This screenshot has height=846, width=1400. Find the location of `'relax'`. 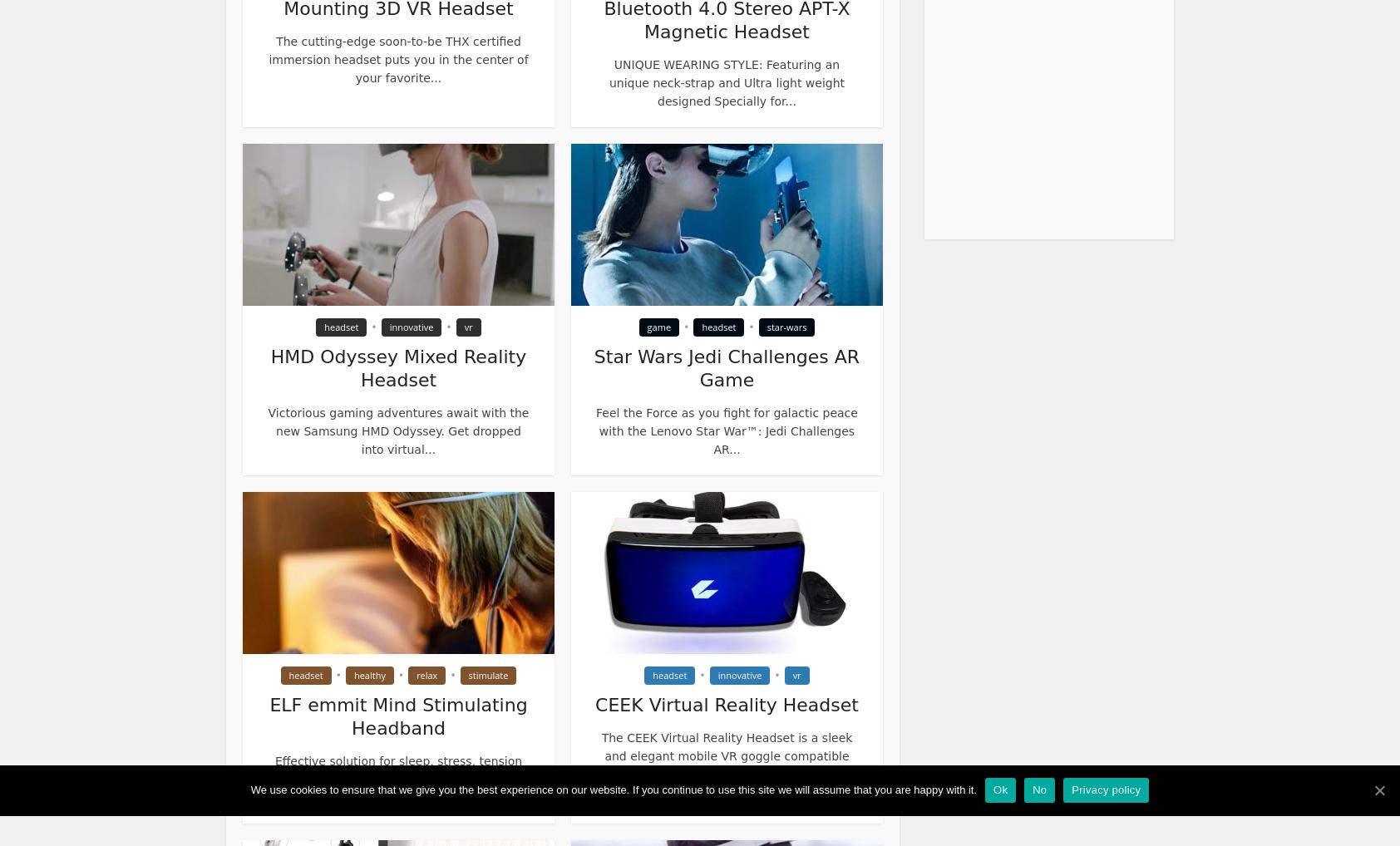

'relax' is located at coordinates (426, 675).